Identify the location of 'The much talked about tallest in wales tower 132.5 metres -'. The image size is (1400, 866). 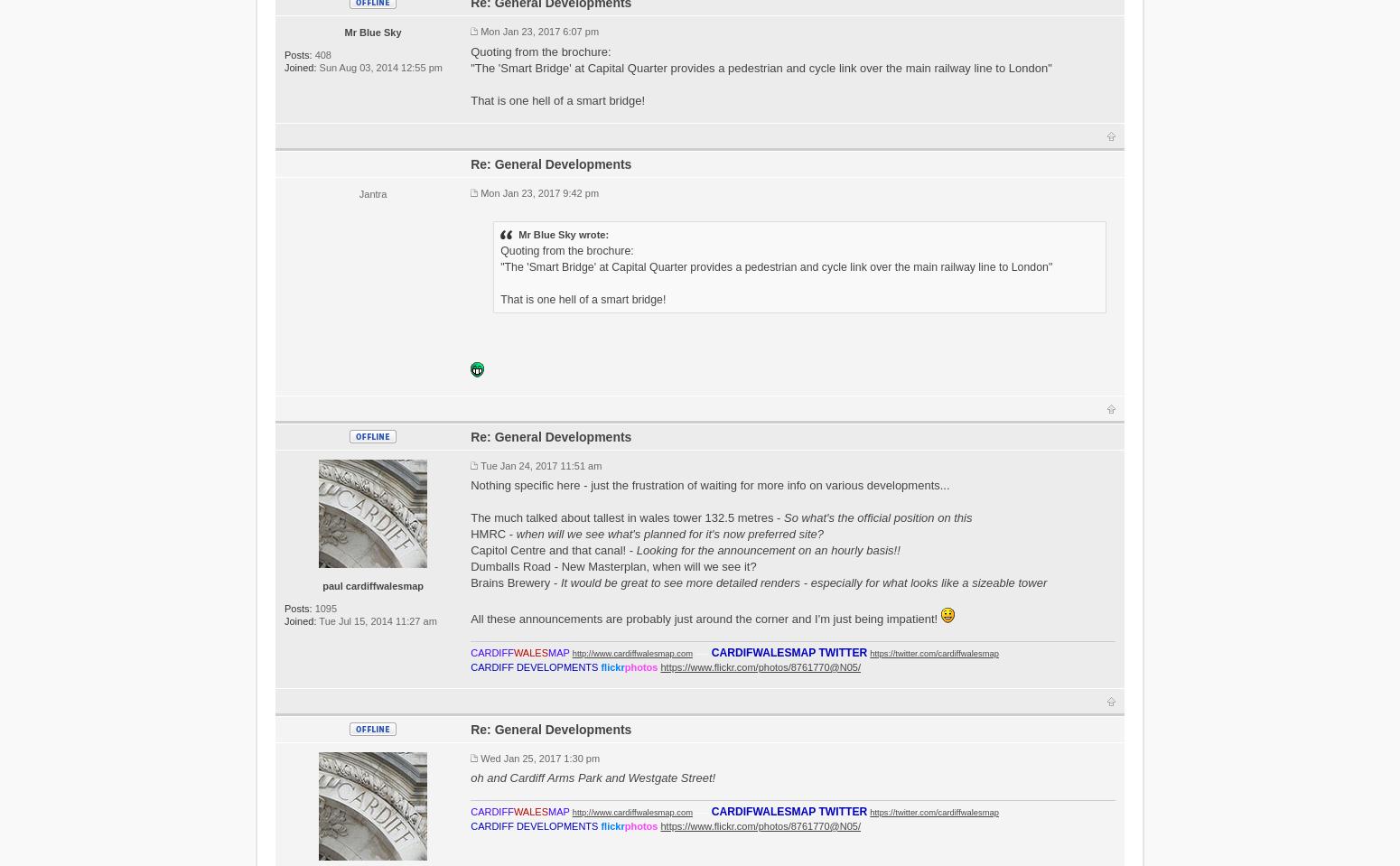
(626, 517).